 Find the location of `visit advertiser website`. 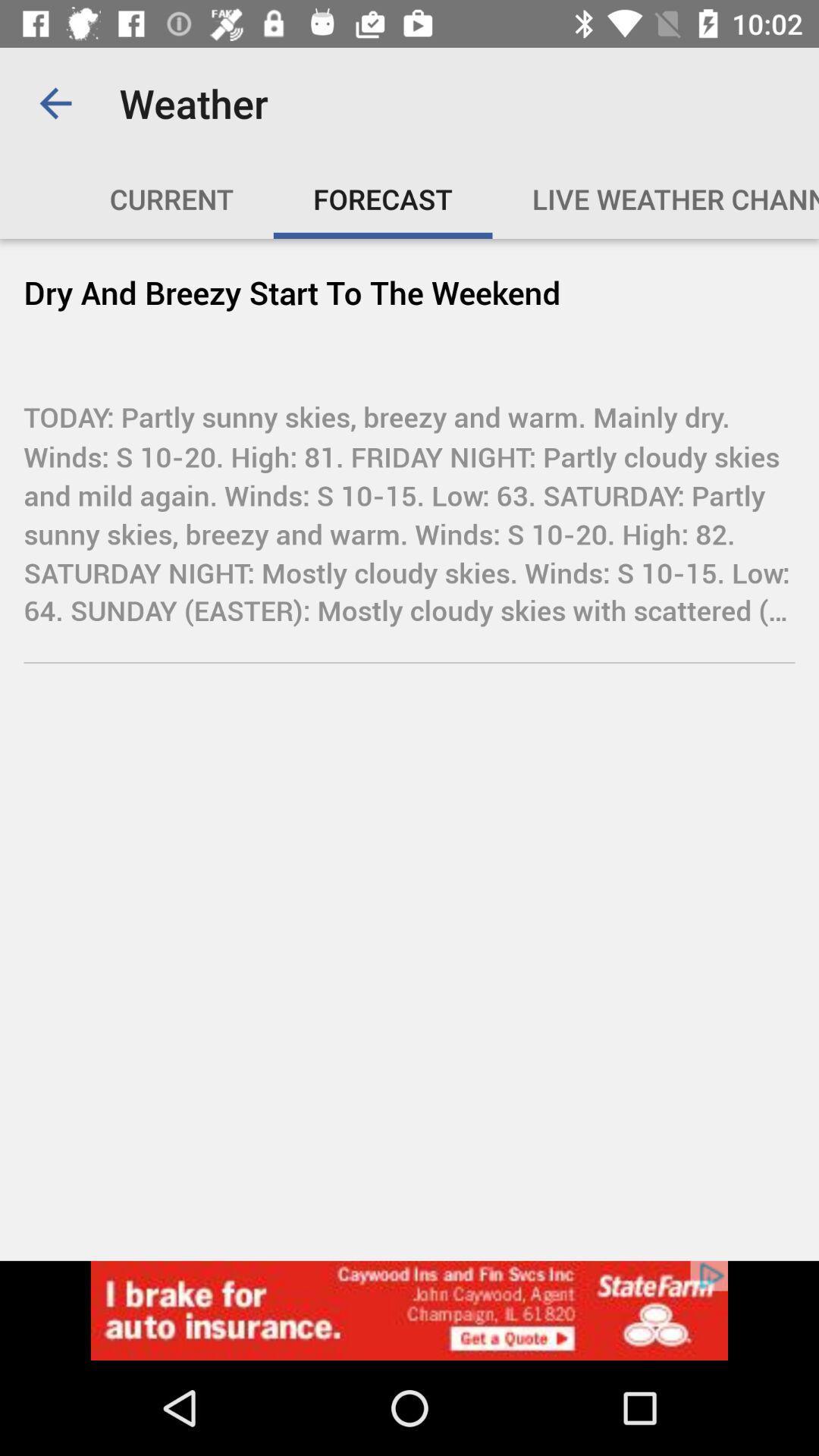

visit advertiser website is located at coordinates (409, 1310).